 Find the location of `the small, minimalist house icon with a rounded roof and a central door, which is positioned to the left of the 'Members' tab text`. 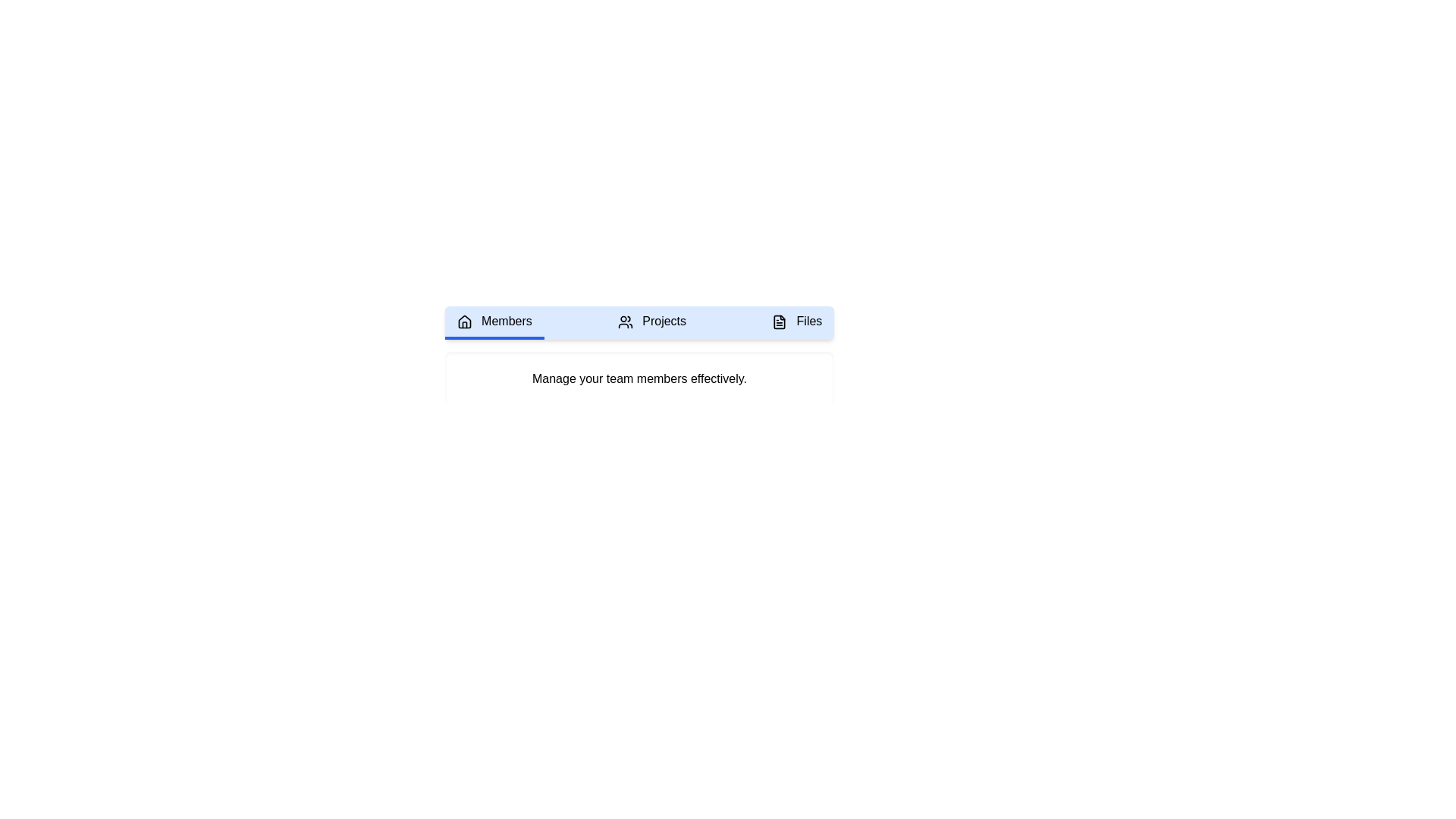

the small, minimalist house icon with a rounded roof and a central door, which is positioned to the left of the 'Members' tab text is located at coordinates (463, 321).